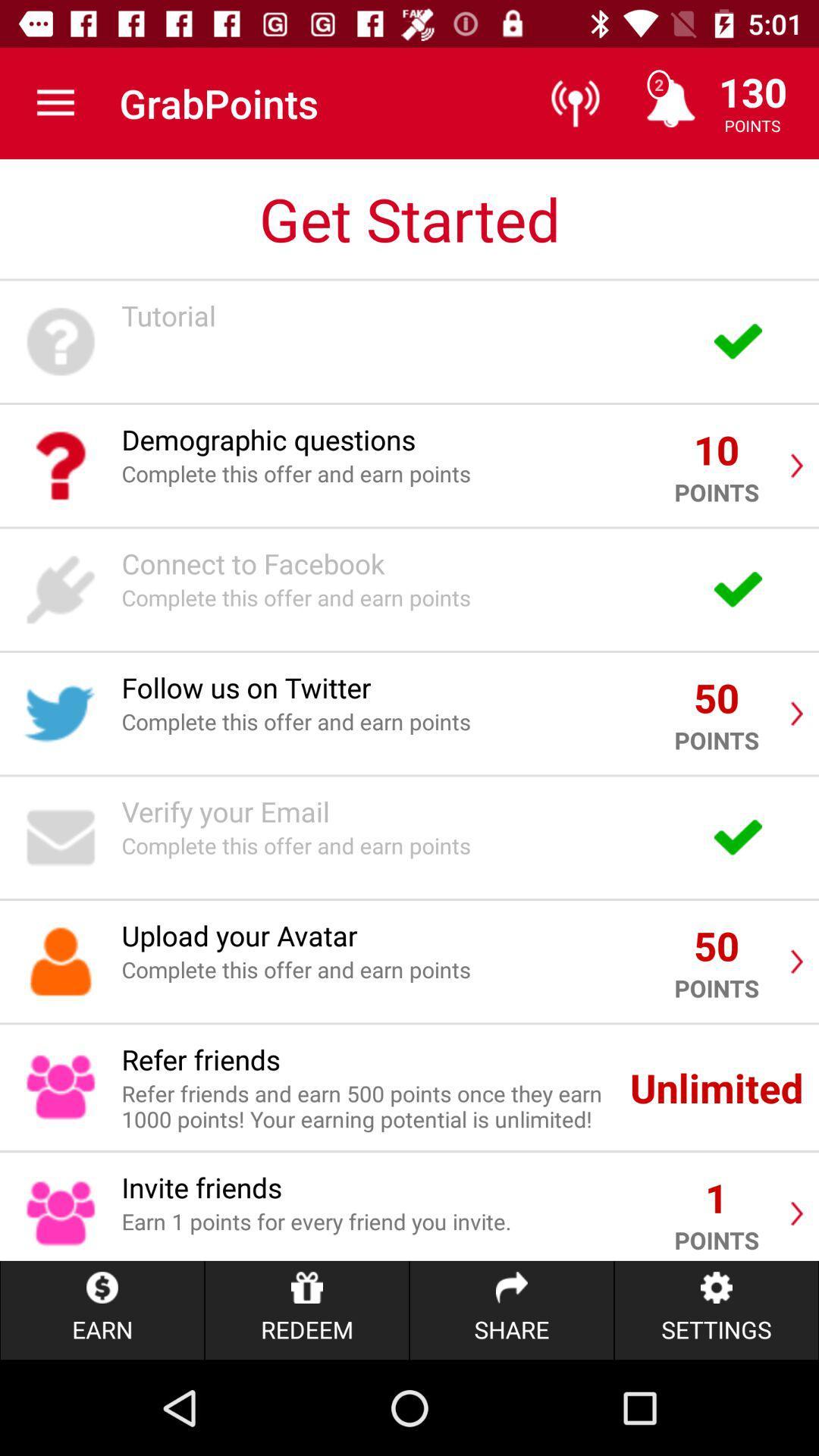  Describe the element at coordinates (717, 1310) in the screenshot. I see `settings icon` at that location.